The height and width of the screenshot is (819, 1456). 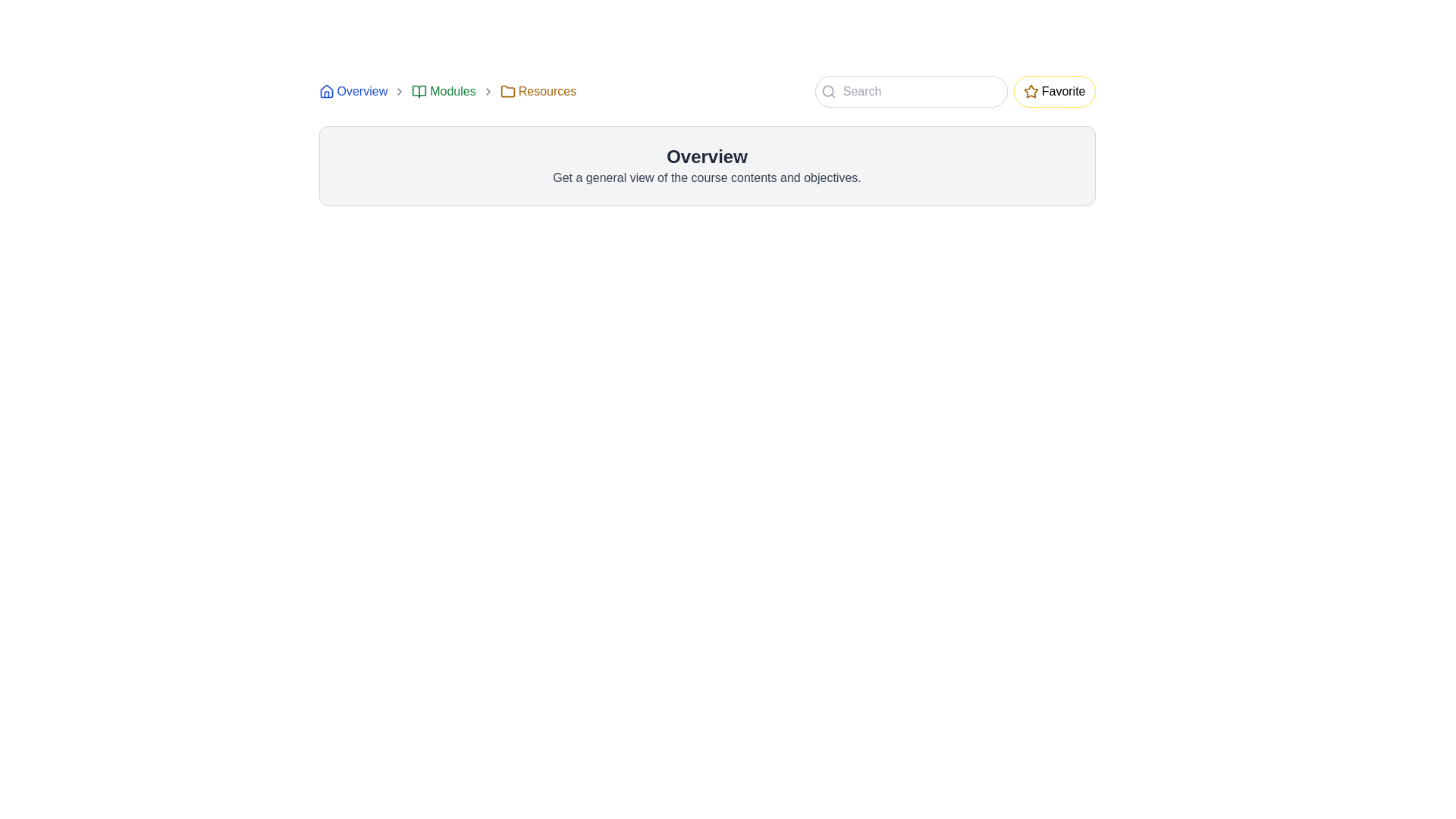 I want to click on the Text Label element that displays supplementary information beneath the bold title 'Overview', which is centrally located in a light gray section, so click(x=706, y=177).